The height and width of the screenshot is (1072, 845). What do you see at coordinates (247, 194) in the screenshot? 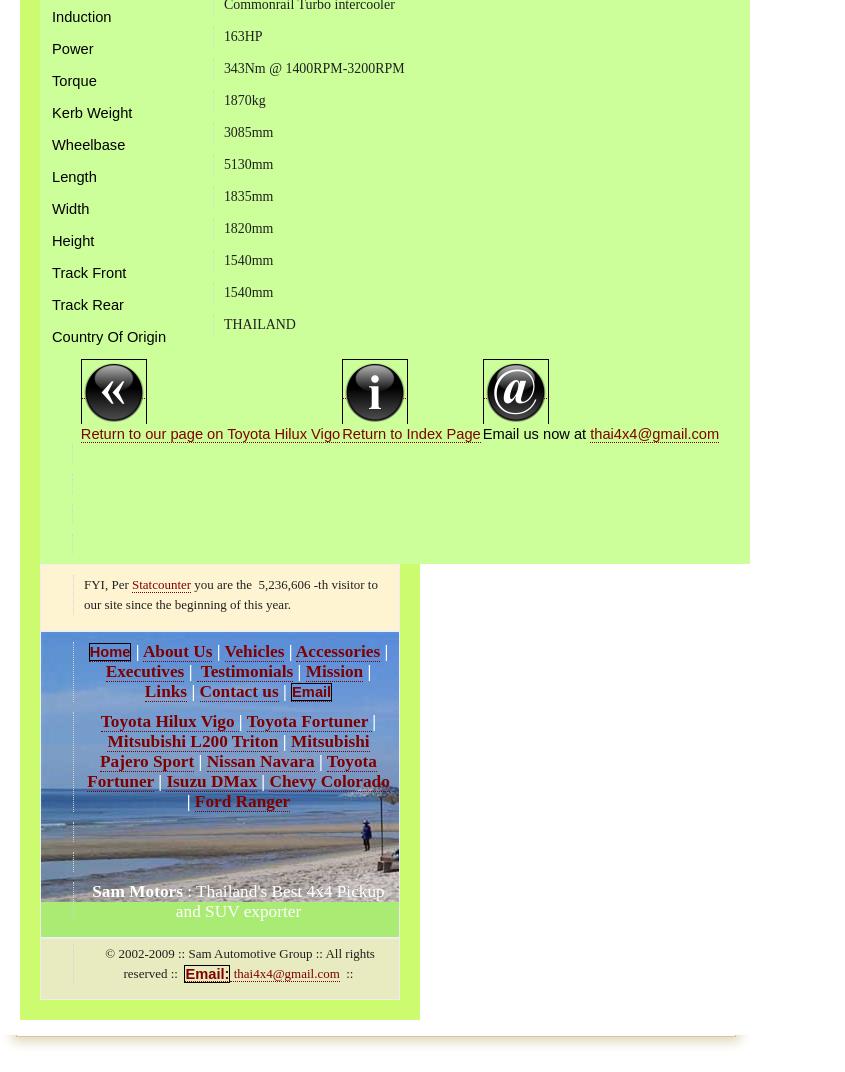
I see `'1835mm'` at bounding box center [247, 194].